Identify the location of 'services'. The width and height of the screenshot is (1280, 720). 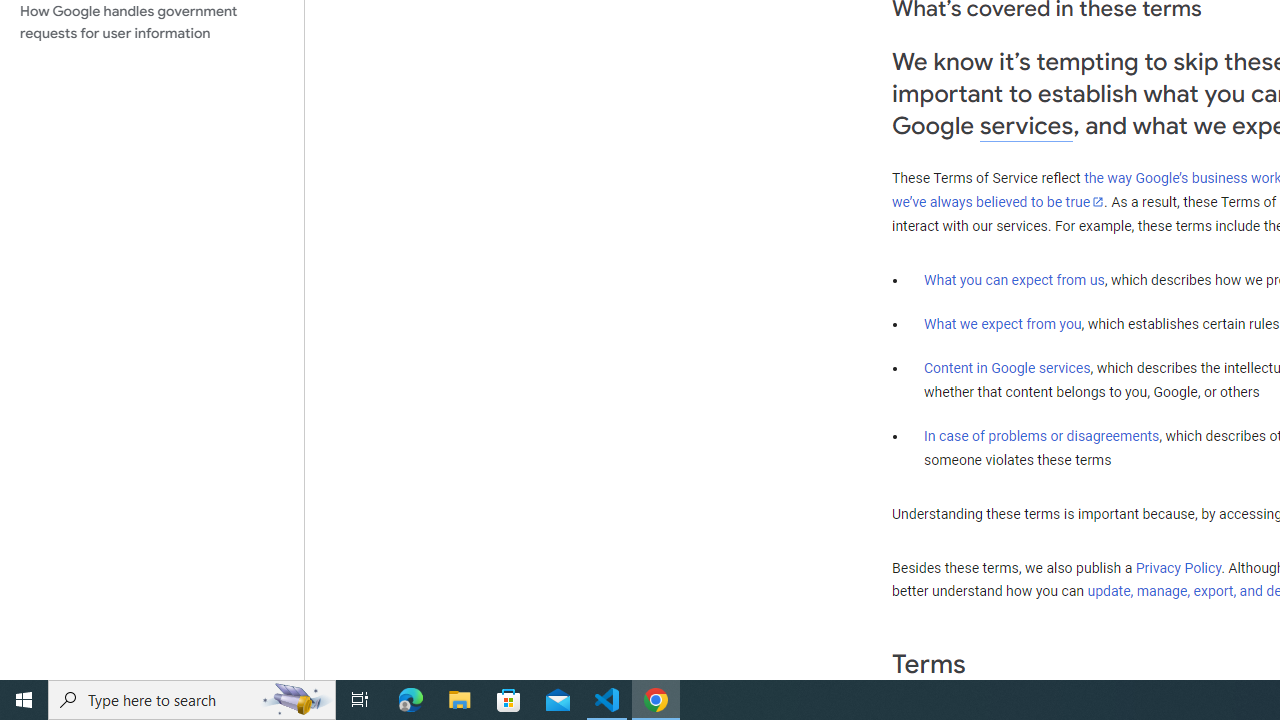
(1026, 125).